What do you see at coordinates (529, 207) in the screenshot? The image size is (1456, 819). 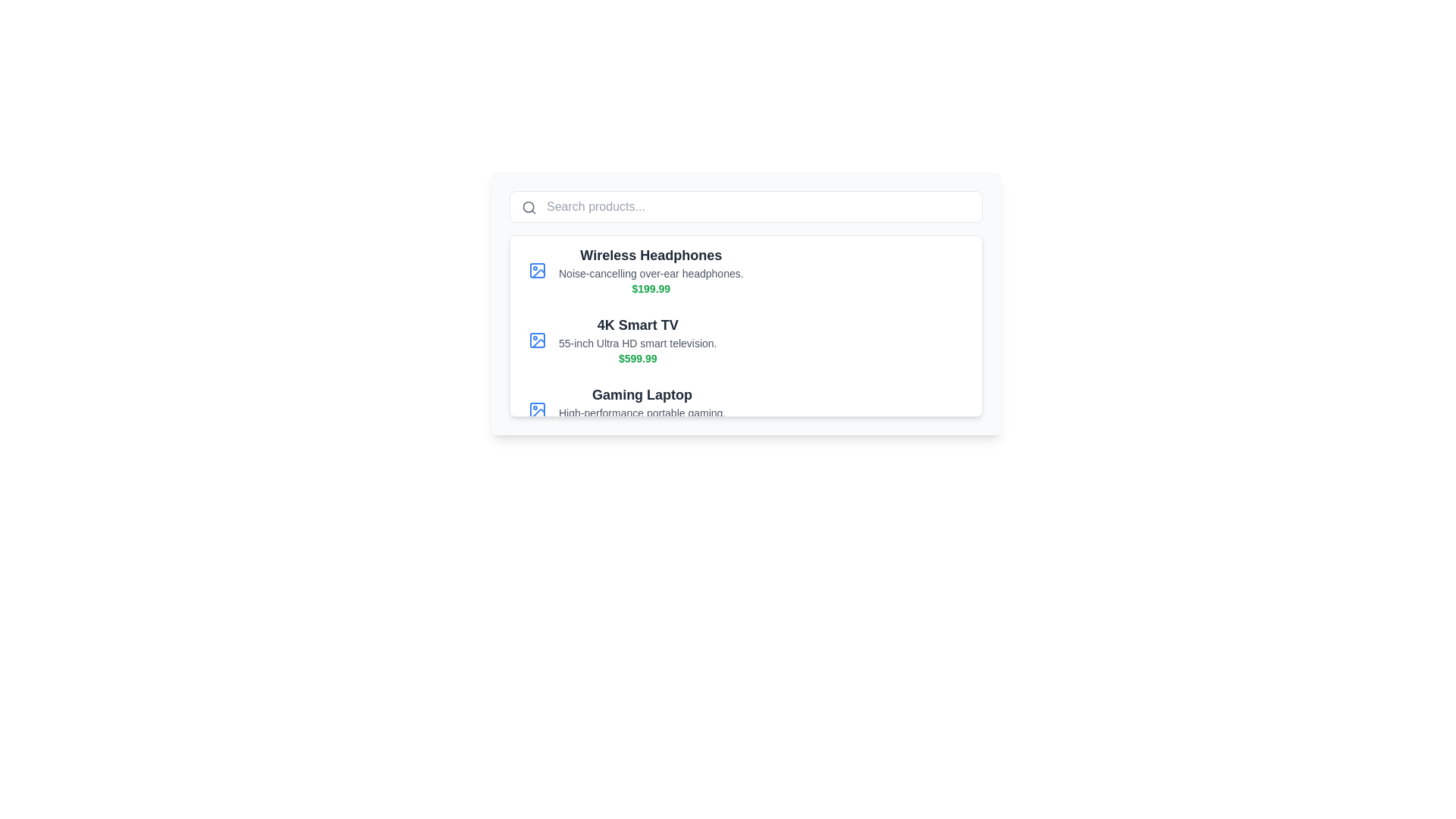 I see `the magnifying glass icon located at the far left of the search input field` at bounding box center [529, 207].